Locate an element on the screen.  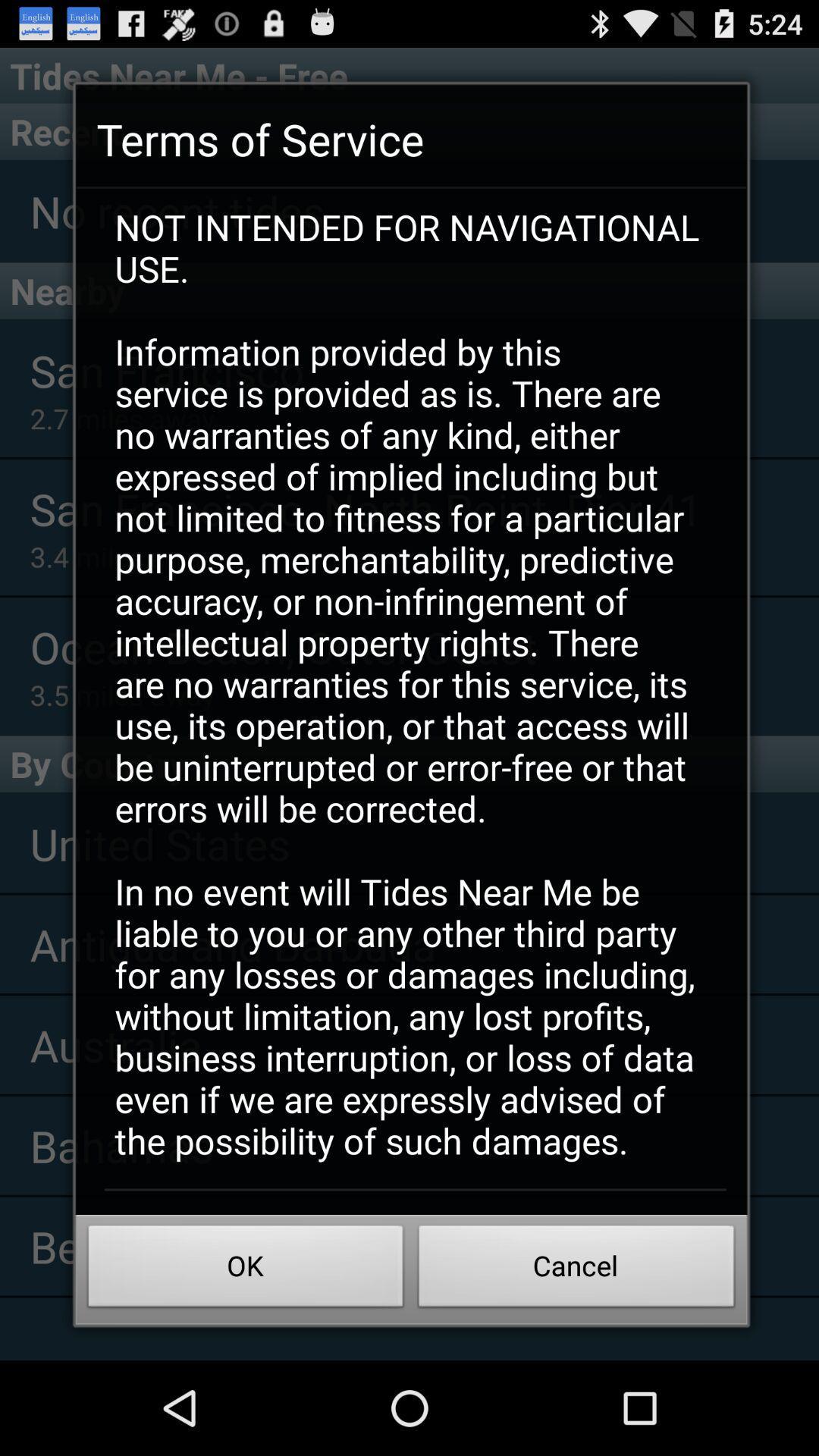
the ok button is located at coordinates (245, 1270).